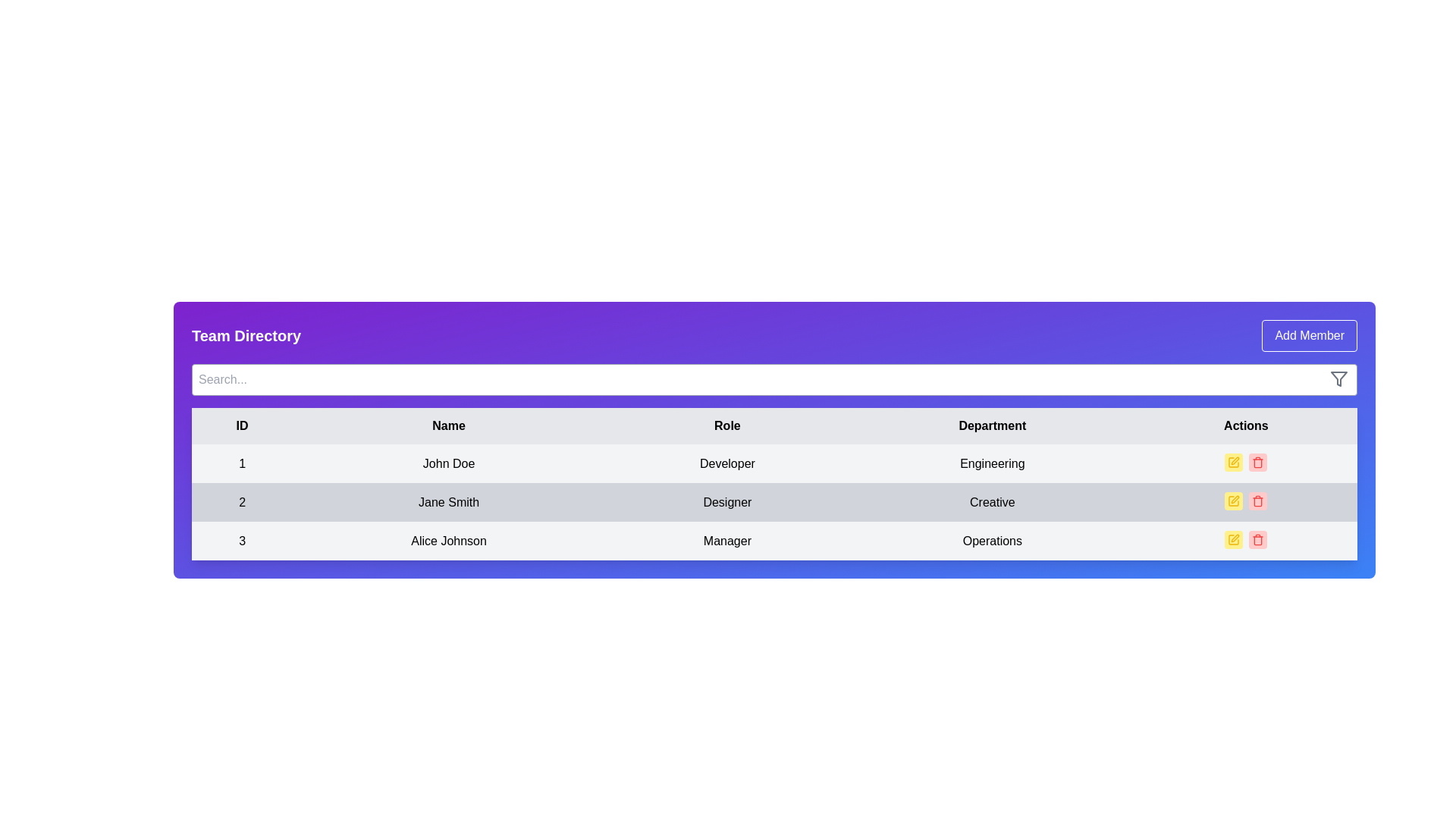 This screenshot has width=1456, height=819. What do you see at coordinates (1258, 539) in the screenshot?
I see `the delete button located in the third row of the table under the 'Actions' column, to the right of the yellow edit button, for keyboard navigation` at bounding box center [1258, 539].